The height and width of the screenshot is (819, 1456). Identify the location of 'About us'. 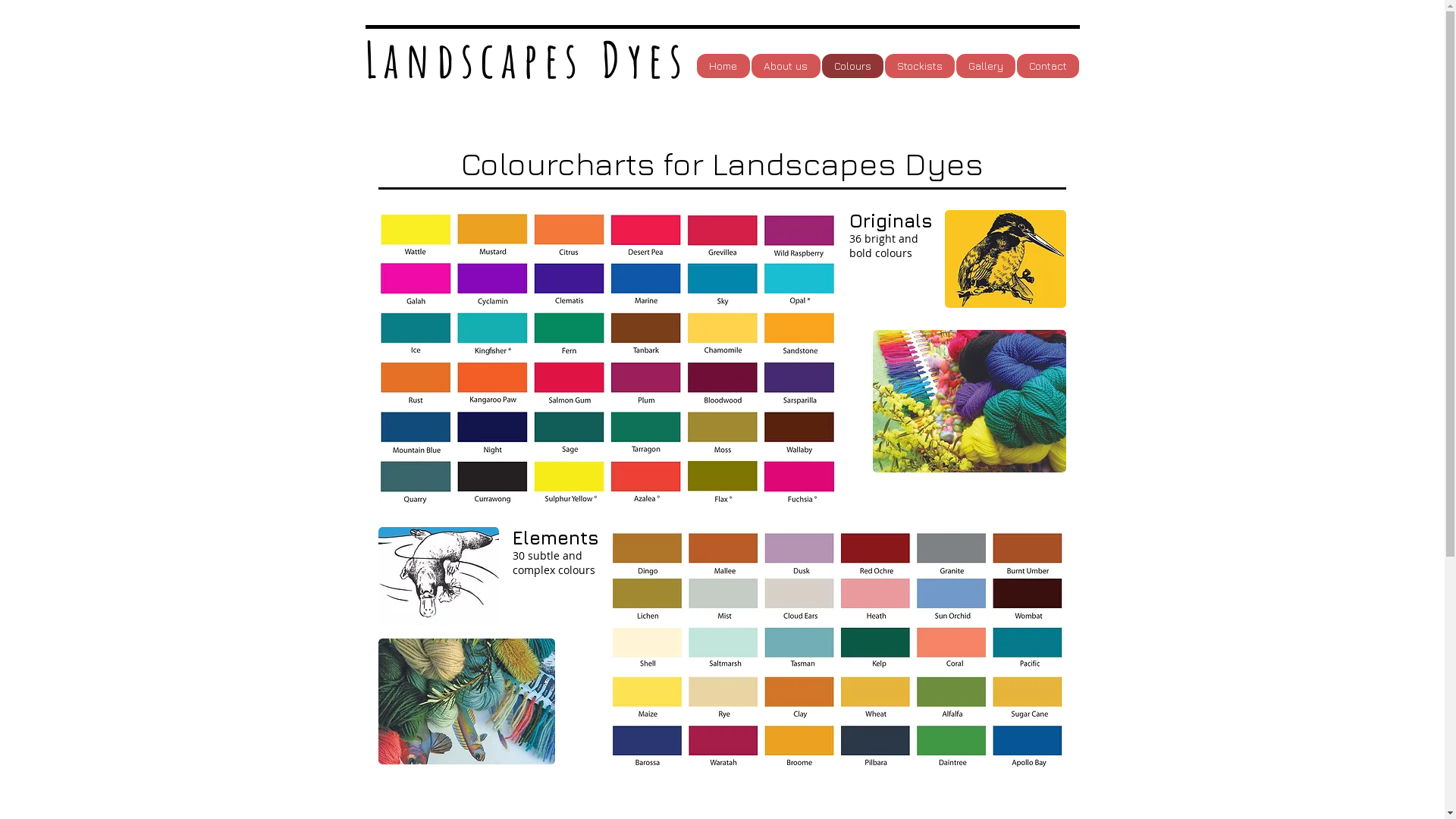
(785, 65).